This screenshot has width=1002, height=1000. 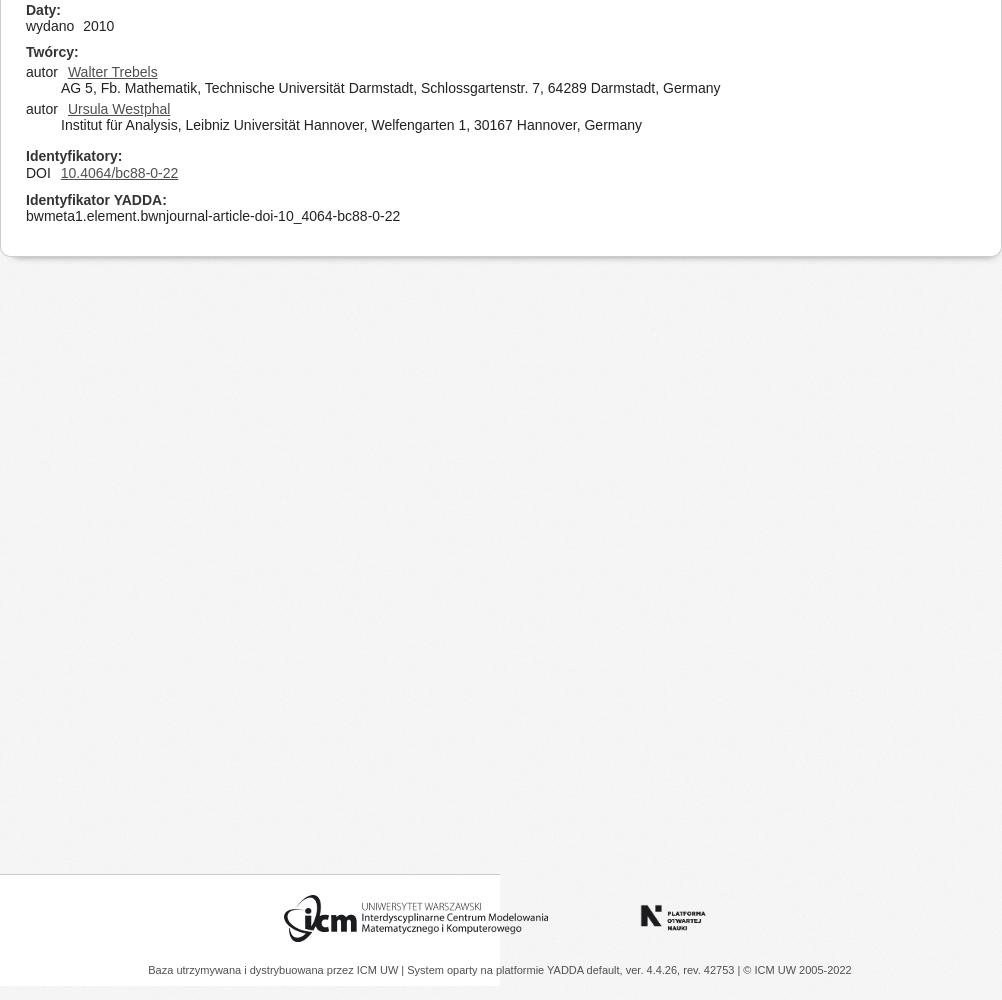 I want to click on 'Twórcy', so click(x=49, y=52).